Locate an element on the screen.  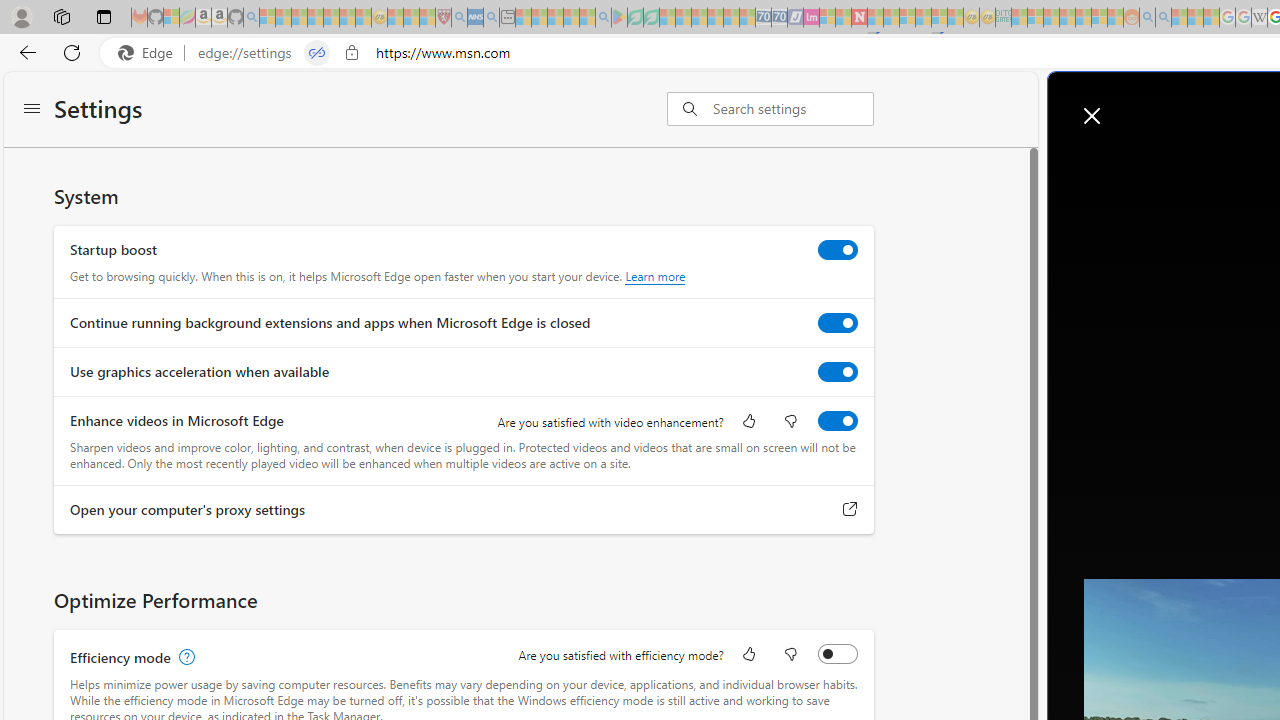
'Tabs in split screen' is located at coordinates (316, 52).